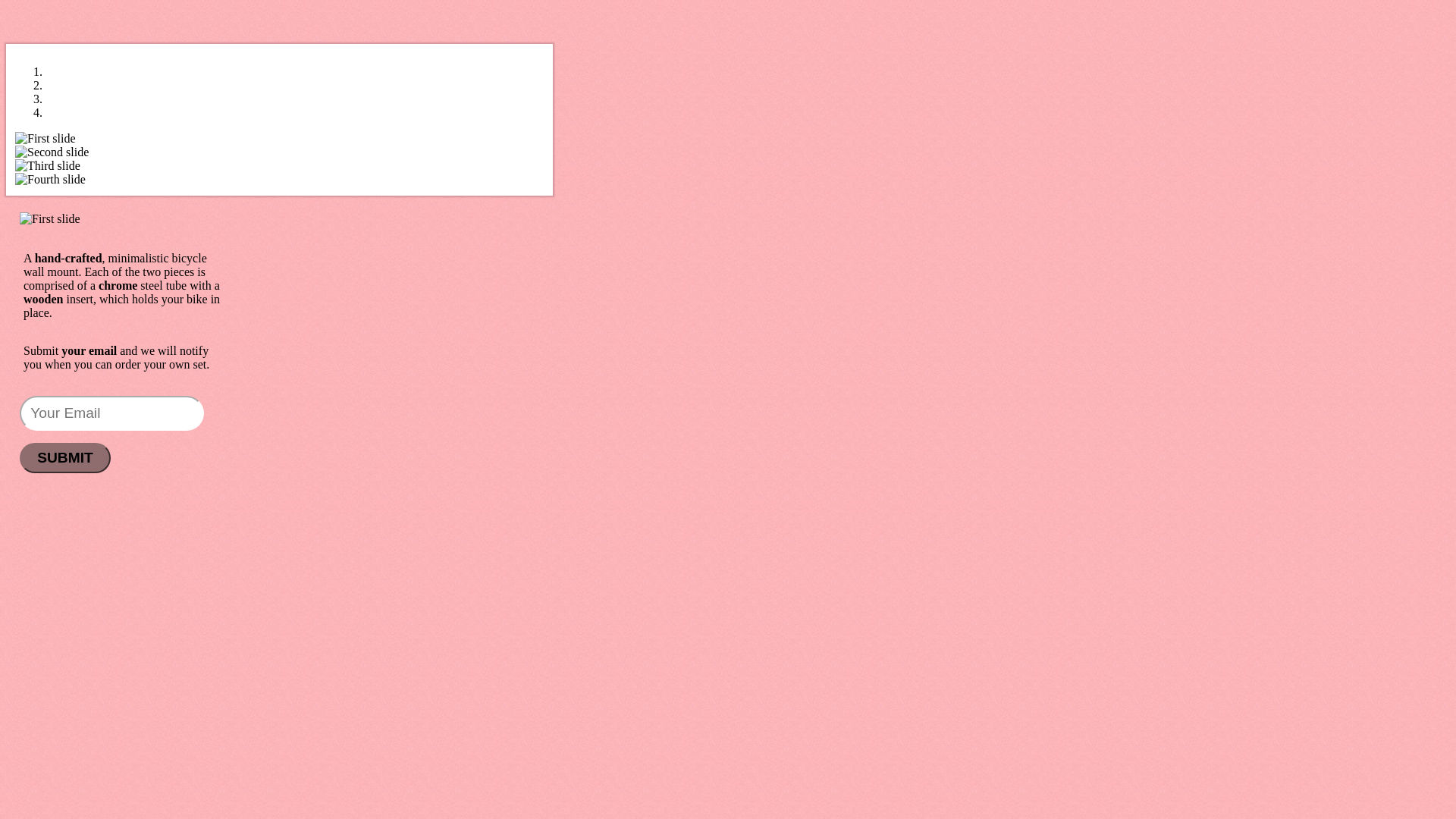 The width and height of the screenshot is (1456, 819). What do you see at coordinates (64, 457) in the screenshot?
I see `'SUBMIT'` at bounding box center [64, 457].